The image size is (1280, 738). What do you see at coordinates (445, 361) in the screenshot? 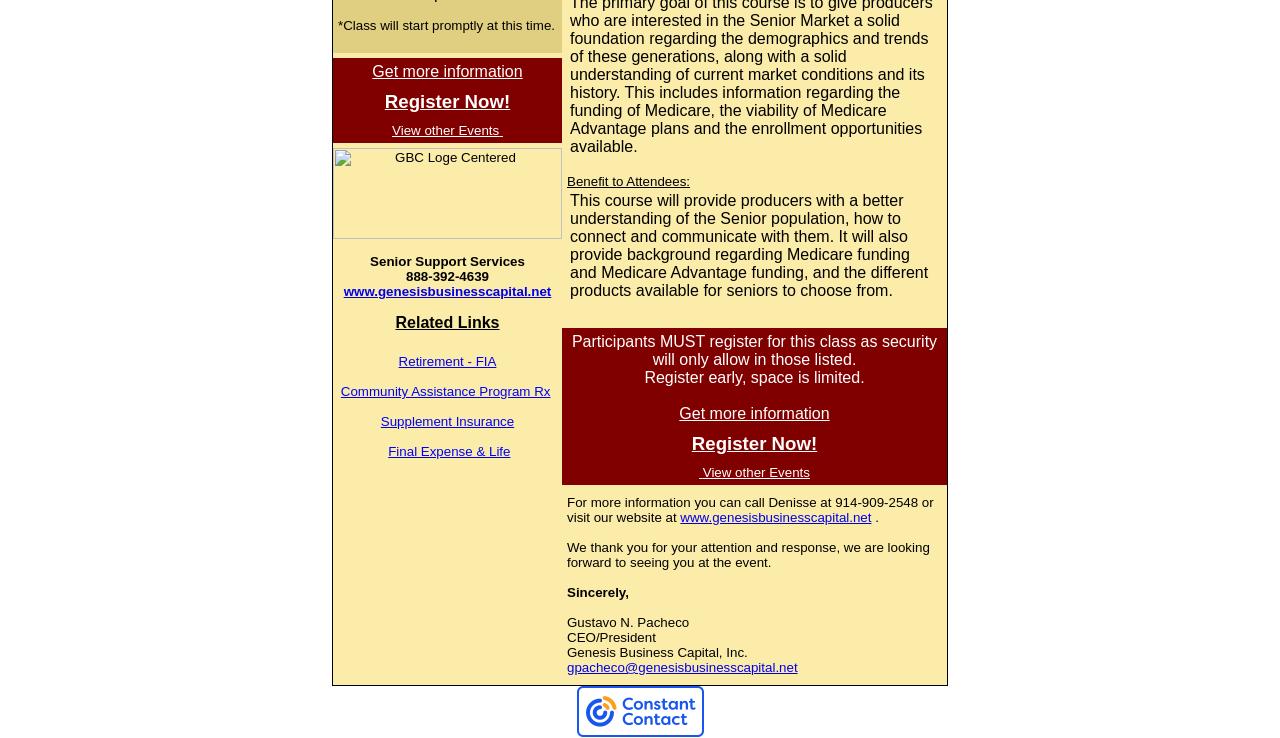
I see `'Retirement - FIA'` at bounding box center [445, 361].